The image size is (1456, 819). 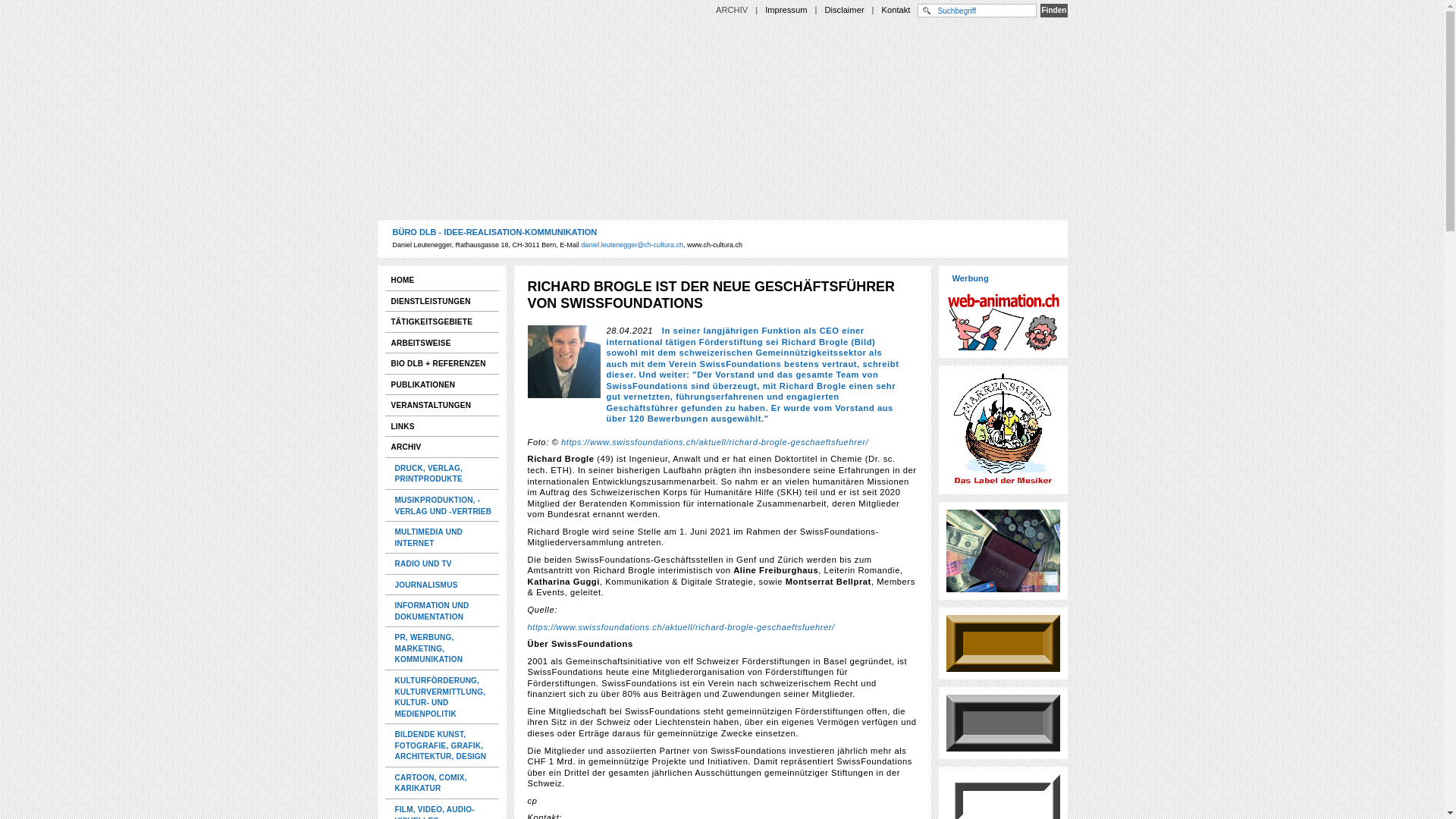 I want to click on 'Impressum', so click(x=786, y=9).